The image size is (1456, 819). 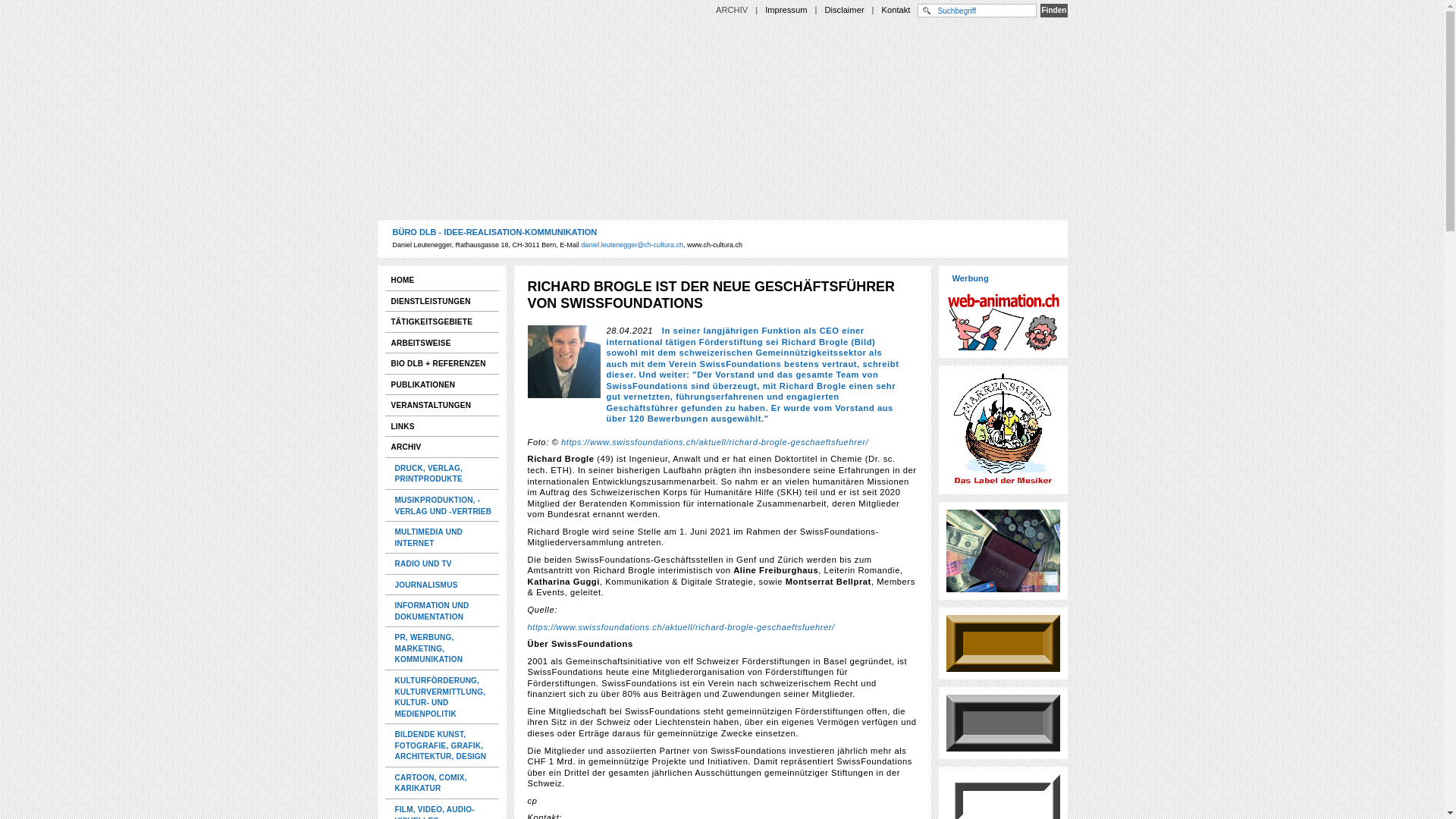 I want to click on 'Impressum', so click(x=786, y=9).